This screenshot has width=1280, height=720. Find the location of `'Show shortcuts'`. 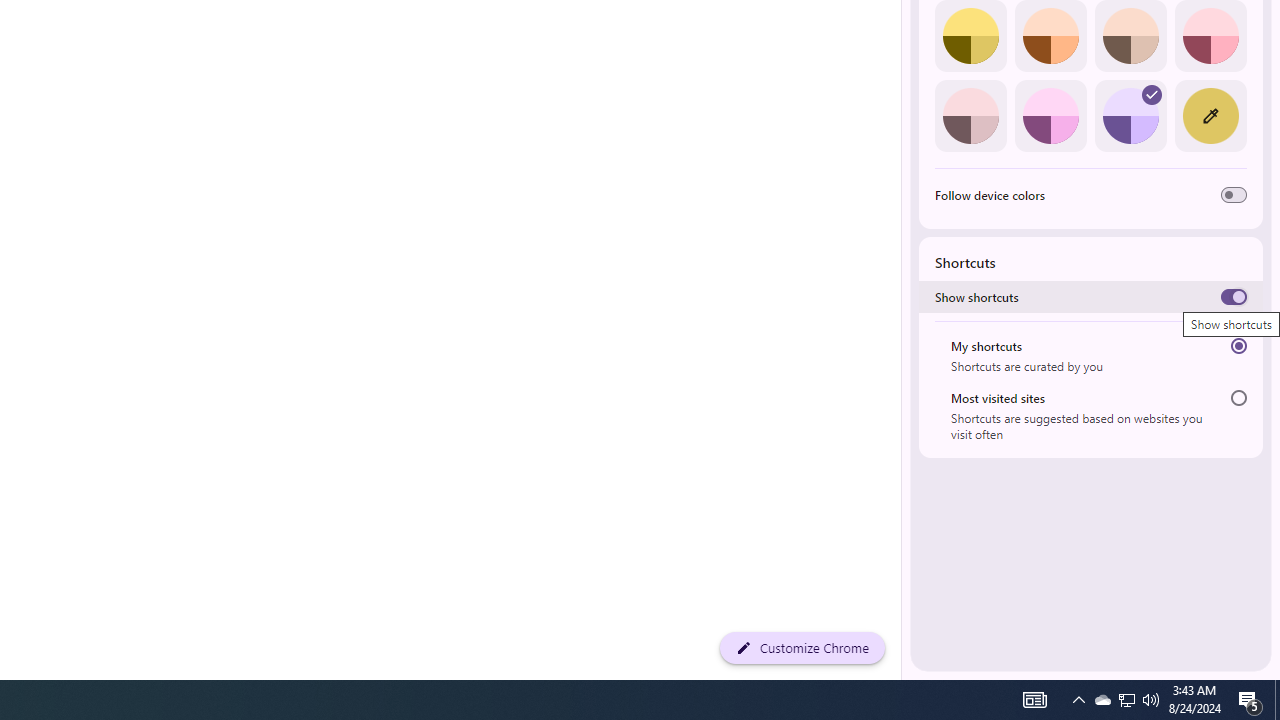

'Show shortcuts' is located at coordinates (1232, 297).